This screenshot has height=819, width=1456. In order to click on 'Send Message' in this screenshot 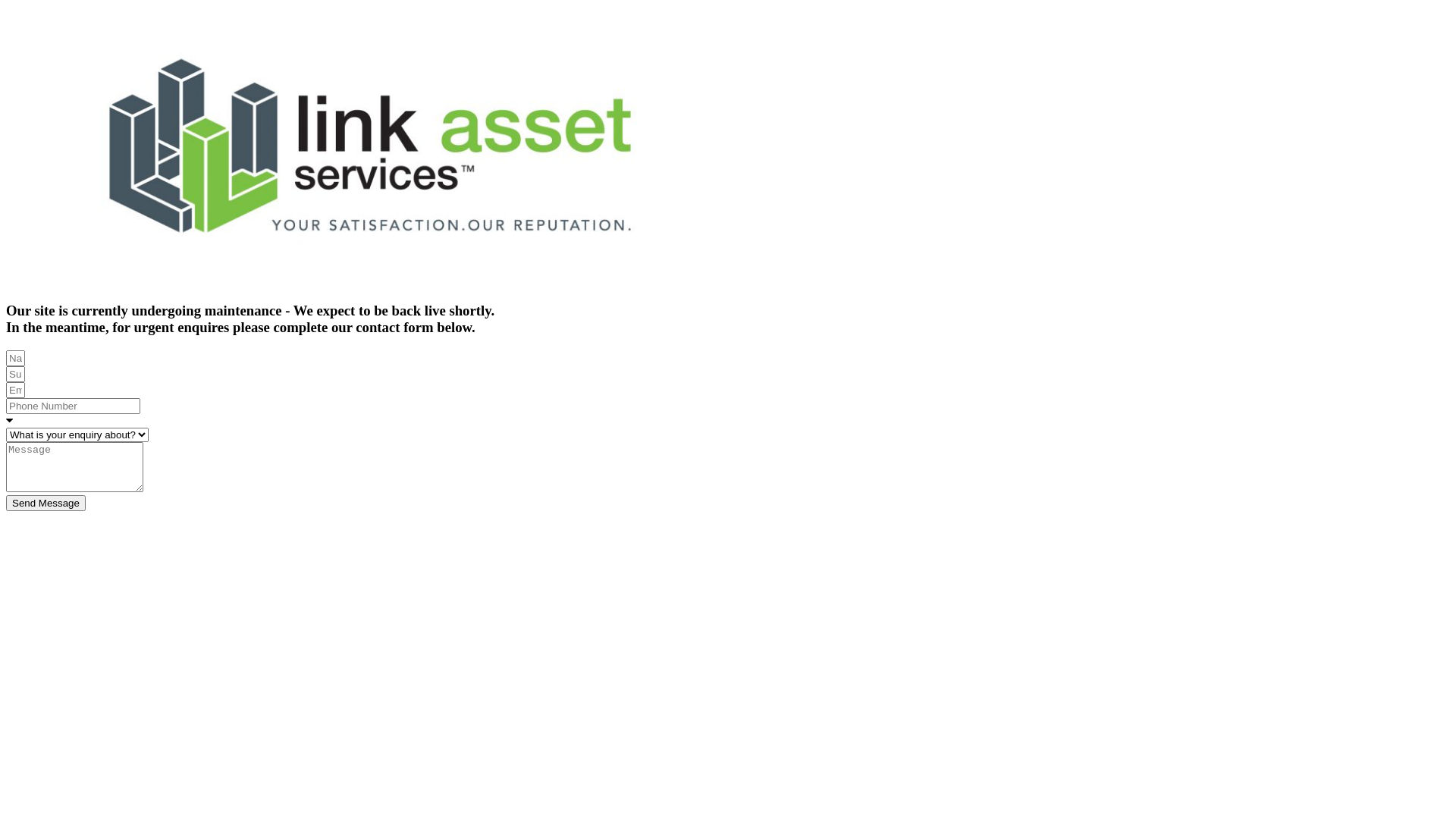, I will do `click(45, 503)`.